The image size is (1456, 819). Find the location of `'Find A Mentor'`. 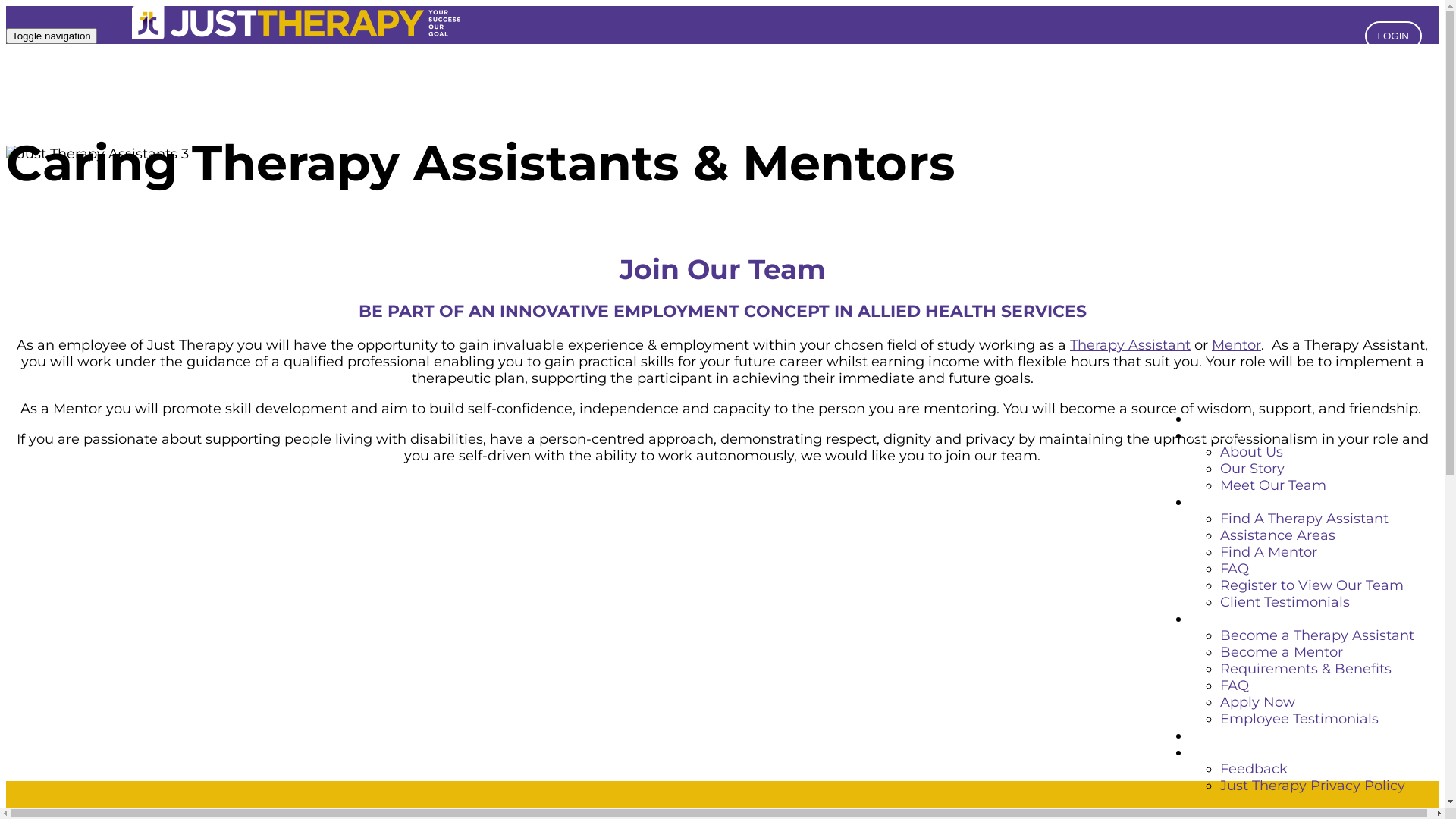

'Find A Mentor' is located at coordinates (1269, 552).